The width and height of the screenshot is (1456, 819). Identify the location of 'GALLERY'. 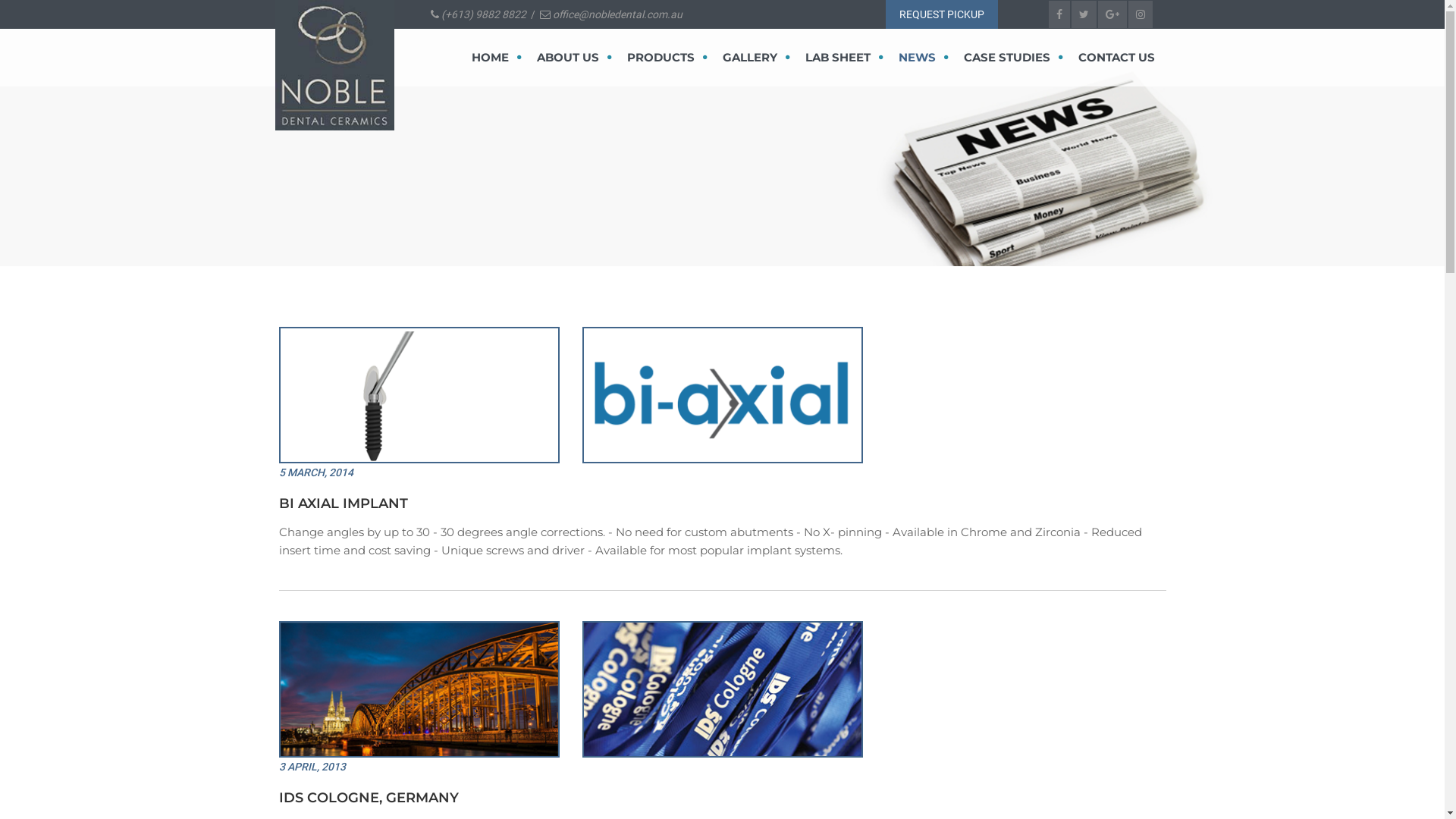
(755, 57).